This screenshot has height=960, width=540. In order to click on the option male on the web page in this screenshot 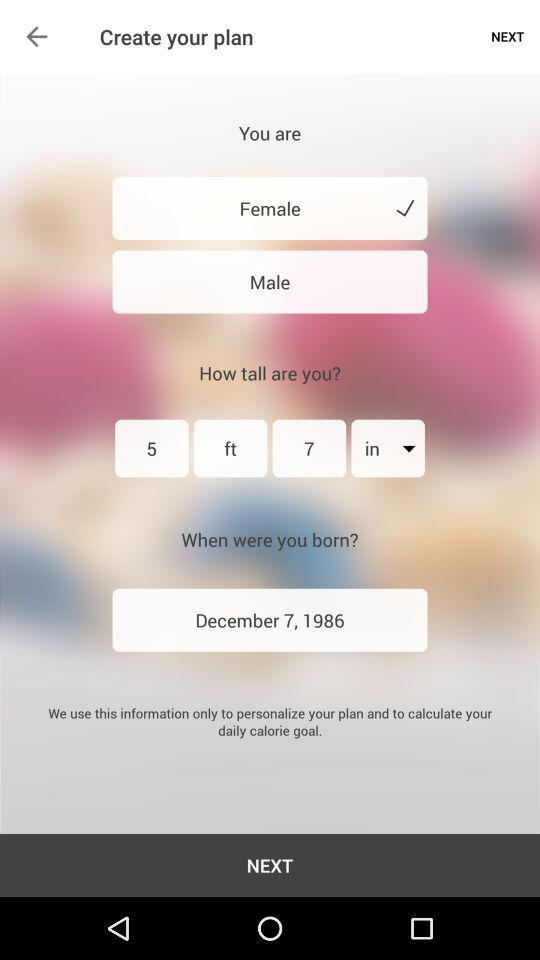, I will do `click(270, 281)`.